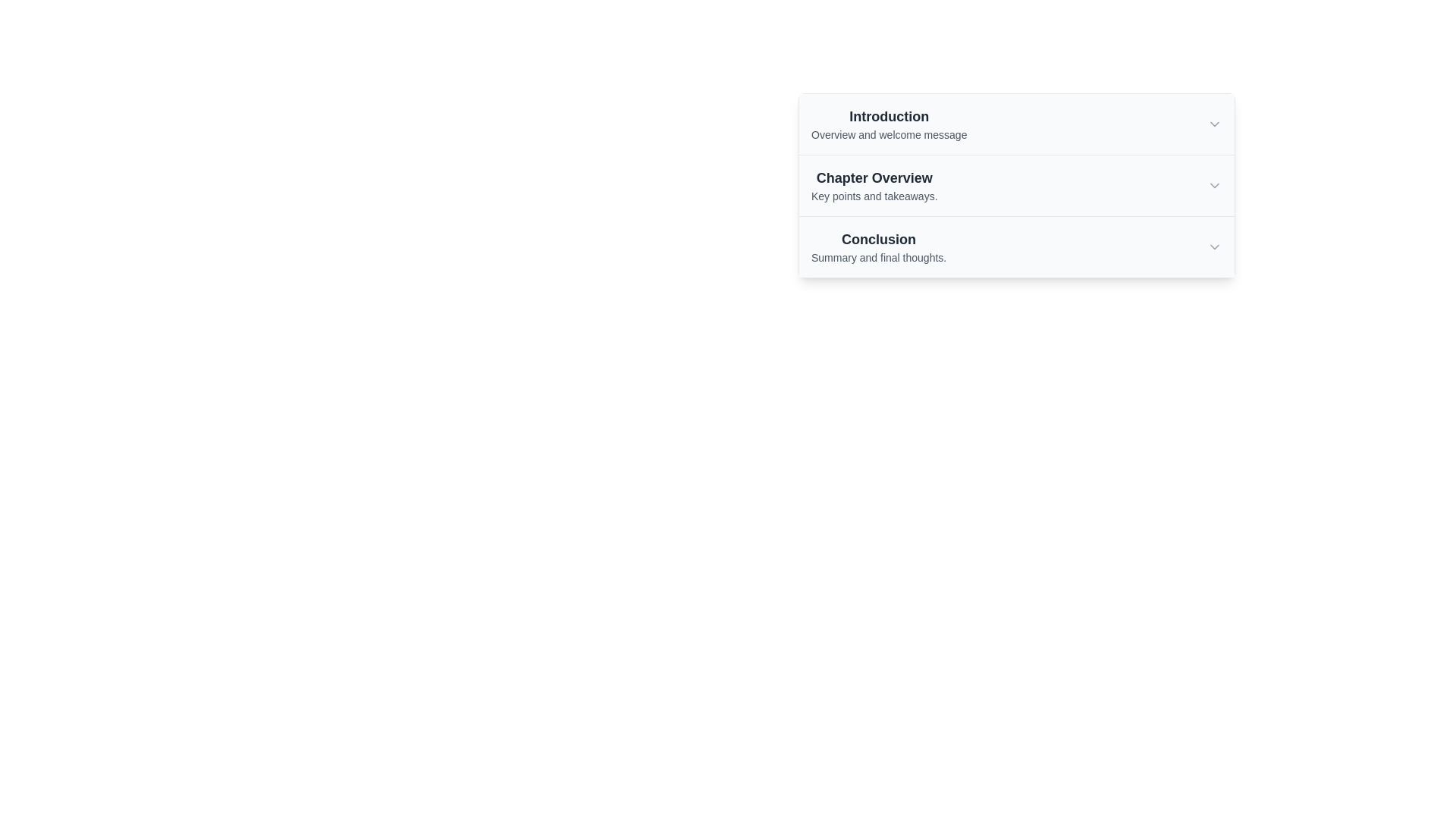 This screenshot has height=819, width=1456. I want to click on the gray downward chevron SVG icon located at the right edge of the 'Introduction' section header, so click(1215, 124).